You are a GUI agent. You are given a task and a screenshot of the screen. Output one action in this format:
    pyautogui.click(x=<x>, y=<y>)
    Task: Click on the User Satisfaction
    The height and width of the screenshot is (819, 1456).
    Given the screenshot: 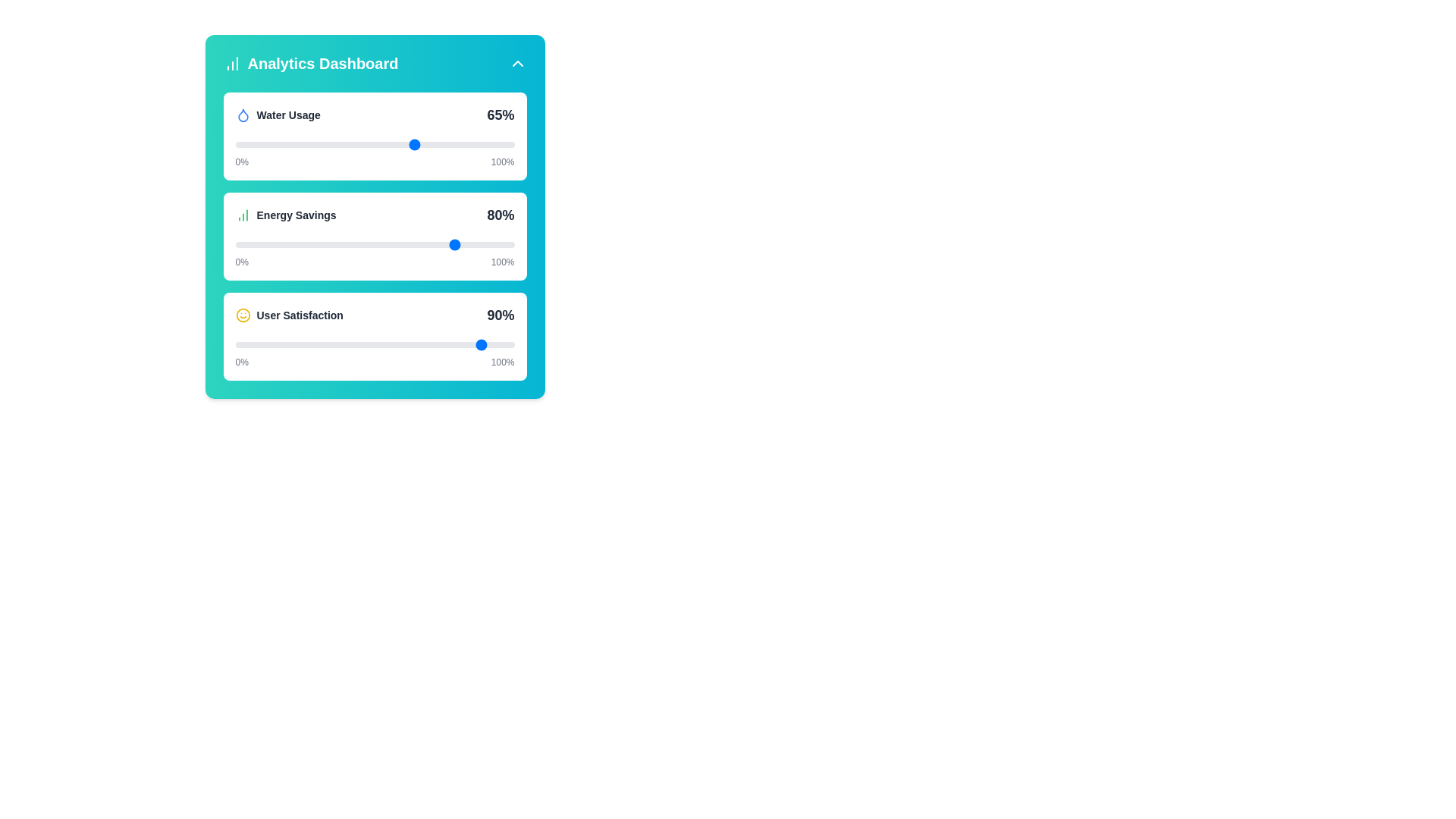 What is the action you would take?
    pyautogui.click(x=405, y=345)
    